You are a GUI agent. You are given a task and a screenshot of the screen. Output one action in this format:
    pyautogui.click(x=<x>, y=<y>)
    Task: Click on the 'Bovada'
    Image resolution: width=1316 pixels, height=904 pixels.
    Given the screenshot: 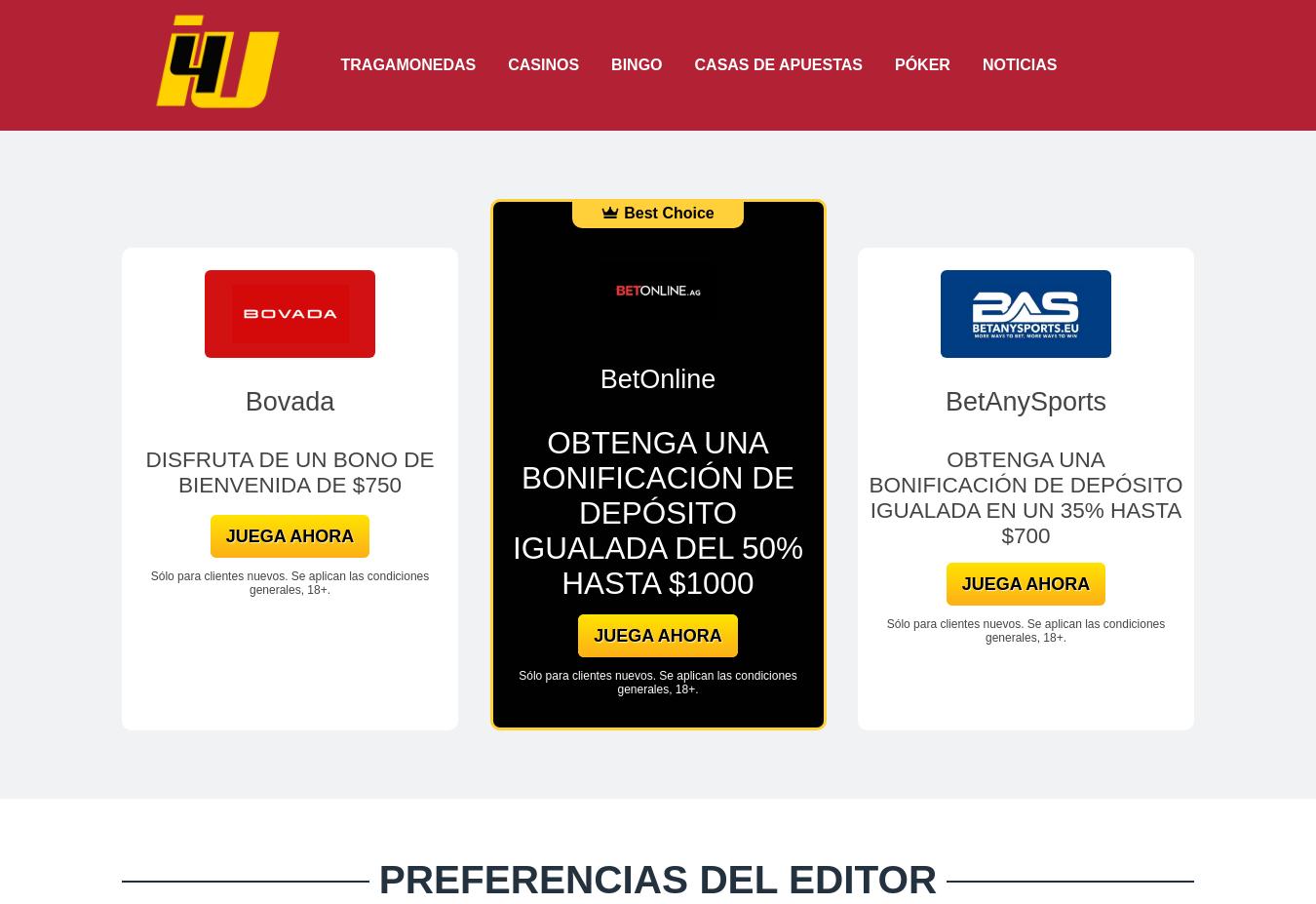 What is the action you would take?
    pyautogui.click(x=289, y=400)
    